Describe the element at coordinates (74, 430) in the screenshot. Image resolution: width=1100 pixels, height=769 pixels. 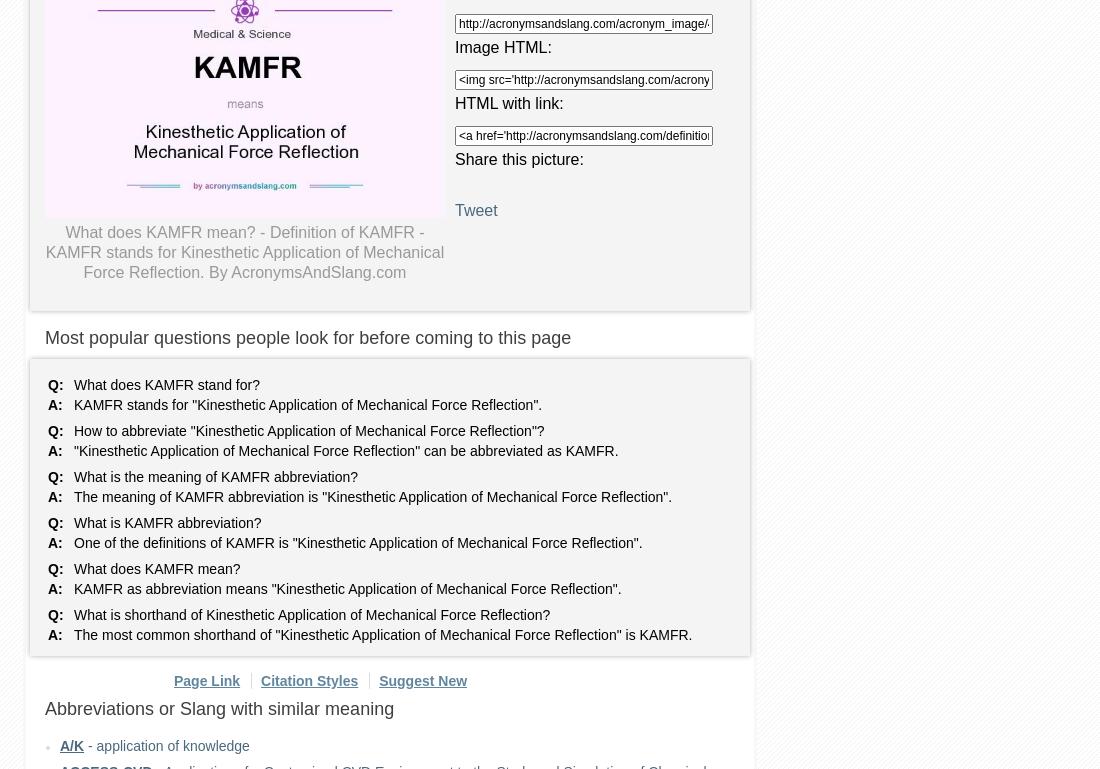
I see `'How to abbreviate "Kinesthetic Application of Mechanical Force Reflection"?'` at that location.